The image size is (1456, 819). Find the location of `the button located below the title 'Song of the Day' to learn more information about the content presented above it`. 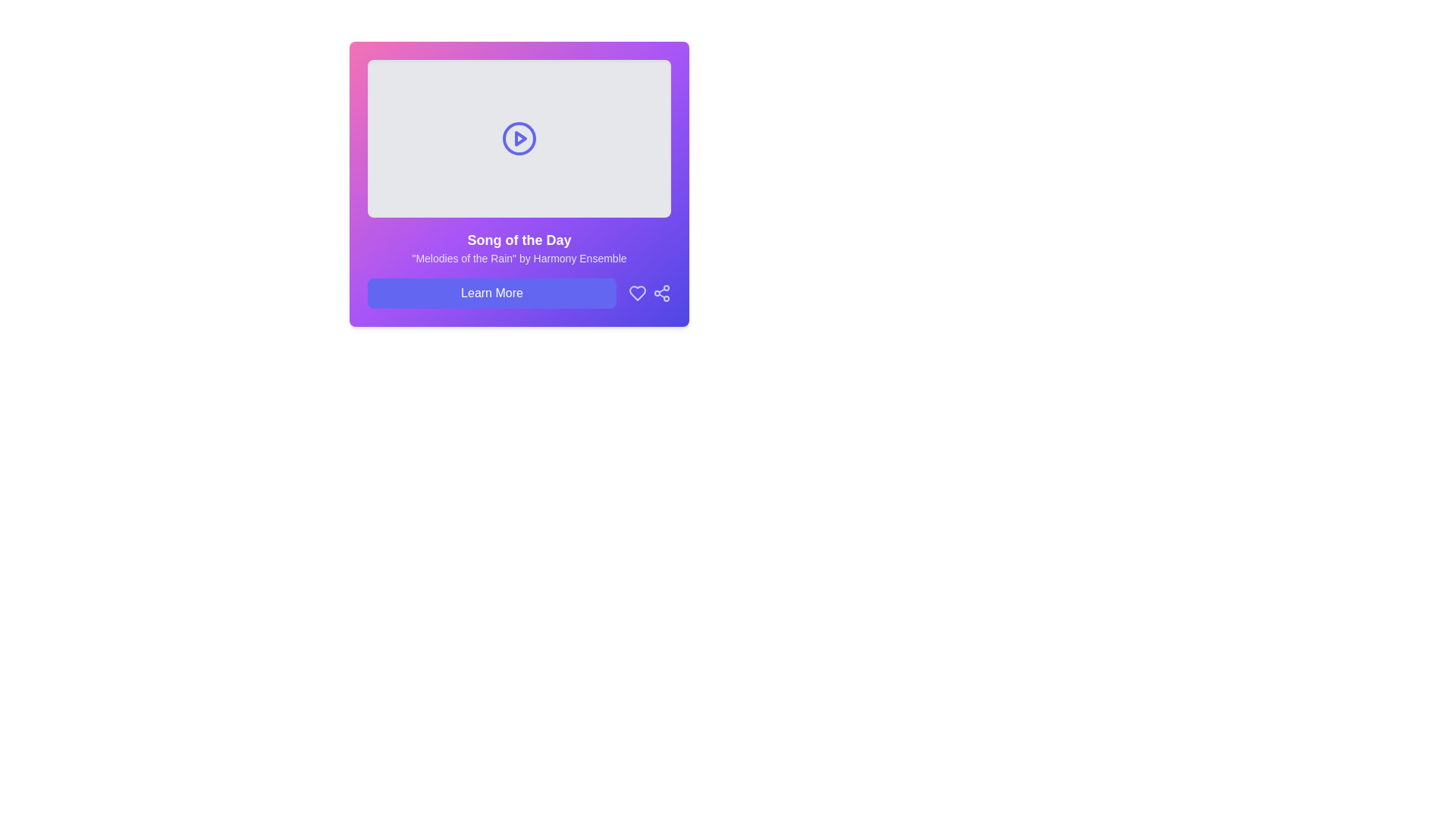

the button located below the title 'Song of the Day' to learn more information about the content presented above it is located at coordinates (491, 293).